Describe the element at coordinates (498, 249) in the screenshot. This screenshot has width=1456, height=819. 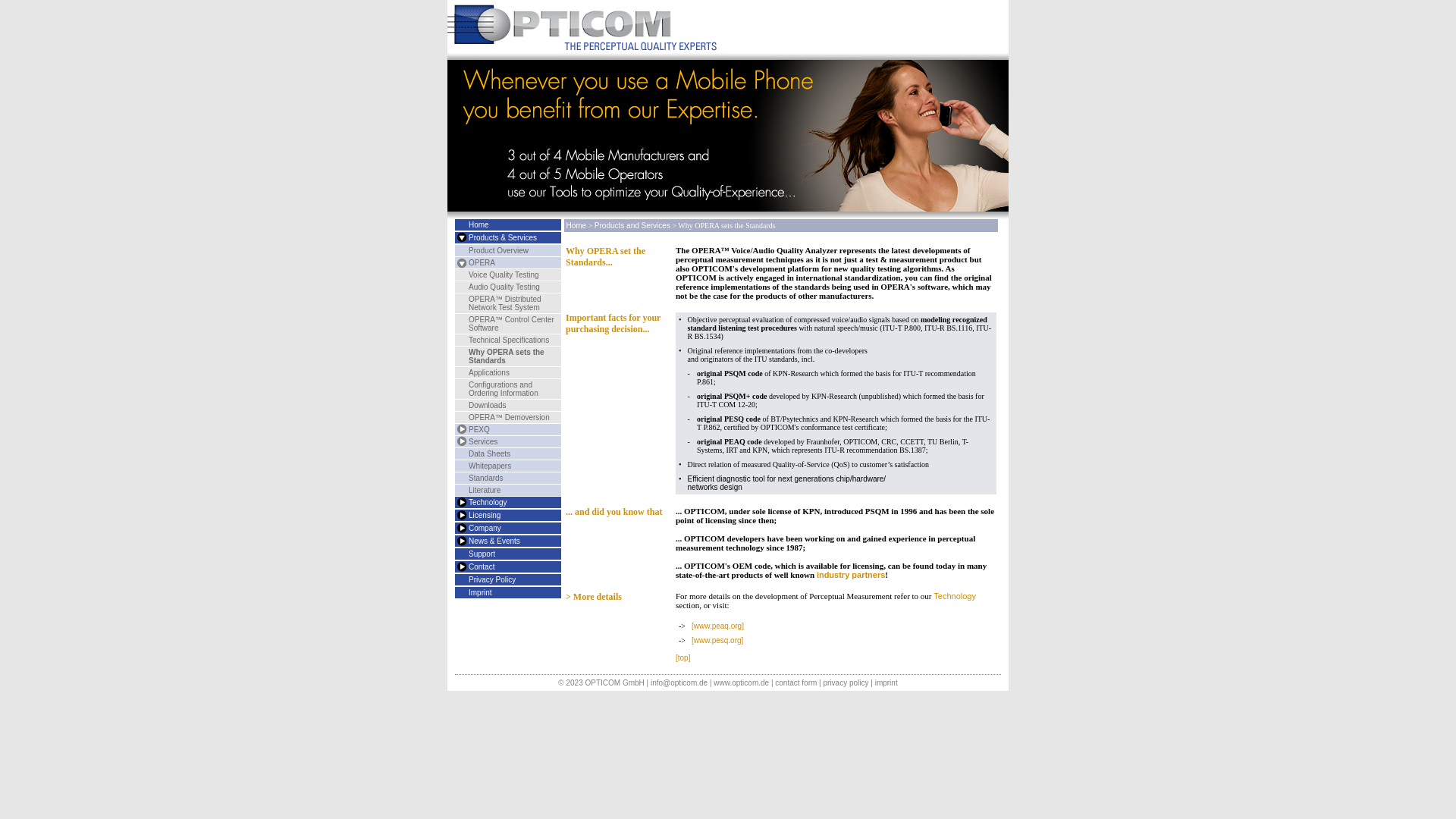
I see `'Product Overview'` at that location.